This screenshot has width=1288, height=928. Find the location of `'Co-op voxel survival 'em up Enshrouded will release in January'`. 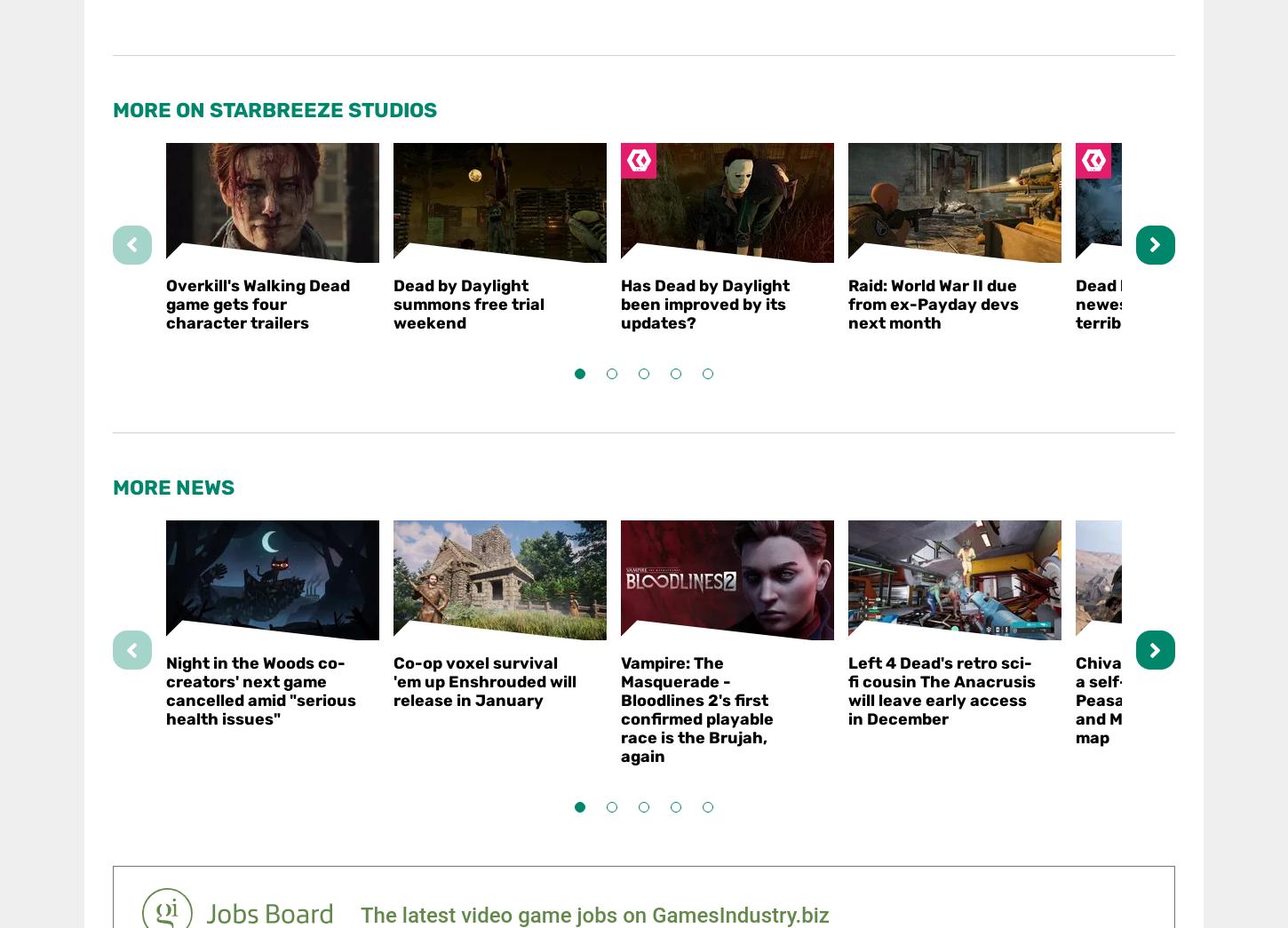

'Co-op voxel survival 'em up Enshrouded will release in January' is located at coordinates (485, 681).